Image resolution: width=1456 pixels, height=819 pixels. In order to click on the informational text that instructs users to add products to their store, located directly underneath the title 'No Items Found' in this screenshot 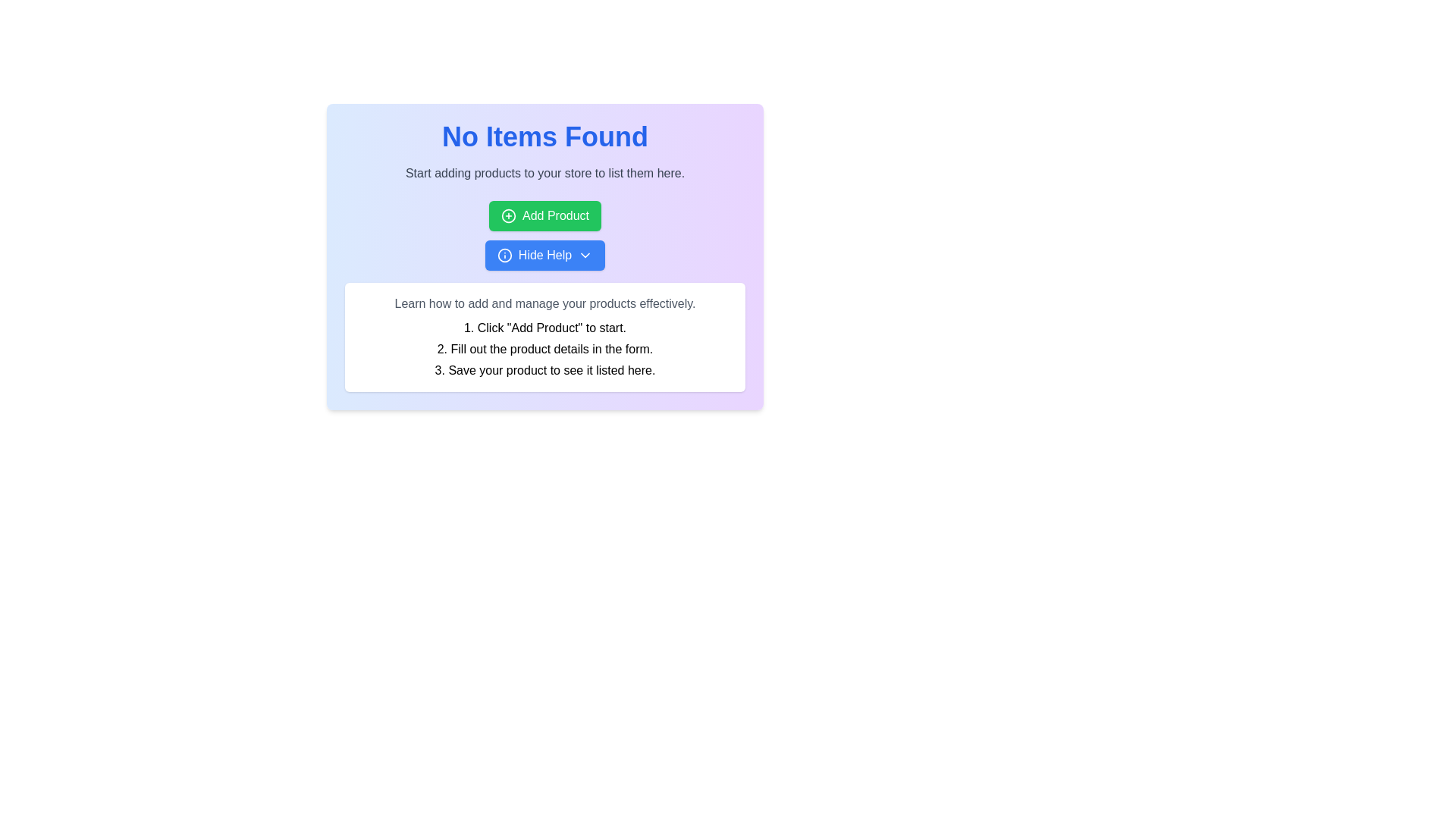, I will do `click(545, 172)`.